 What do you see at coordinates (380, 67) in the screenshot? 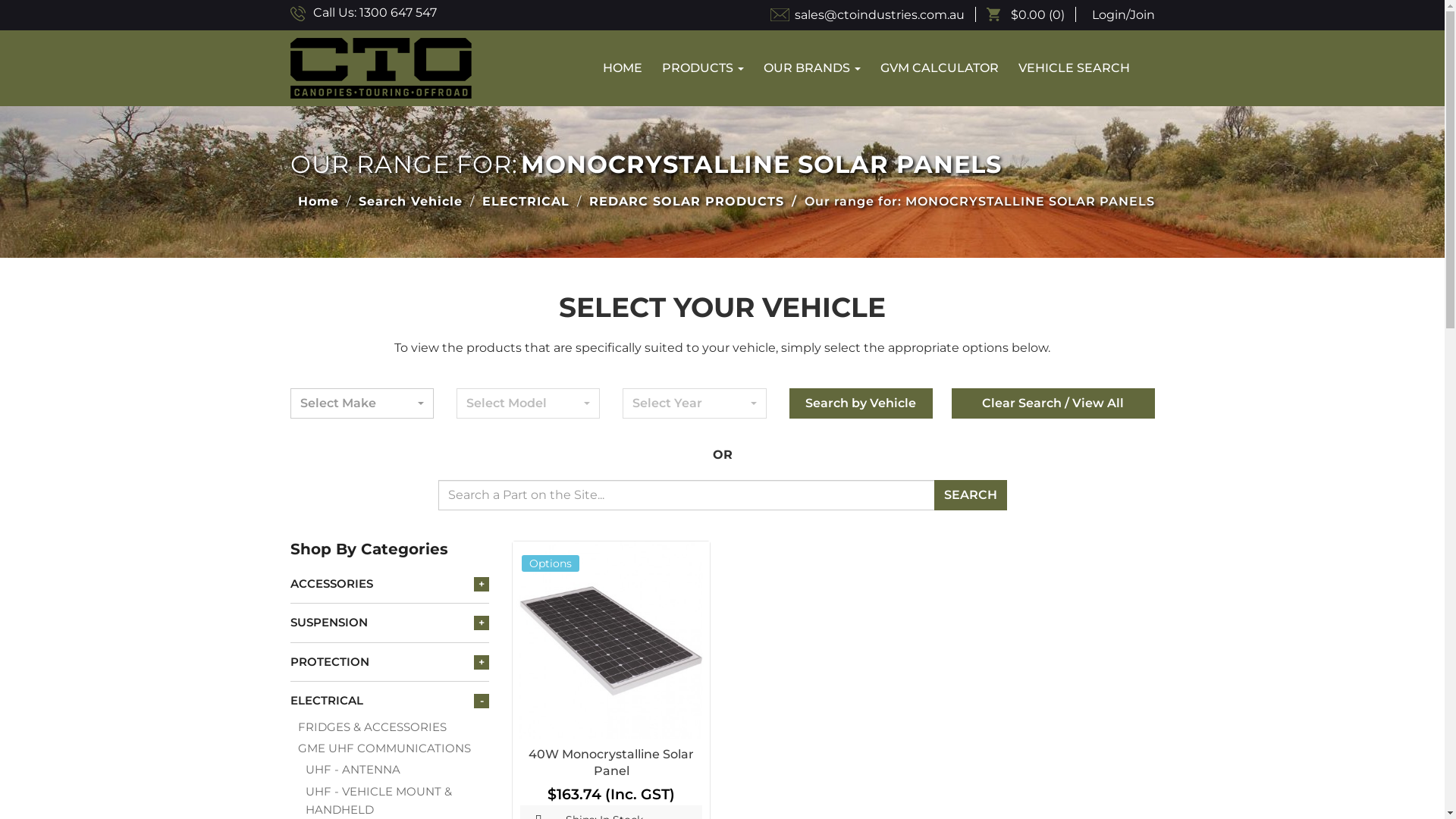
I see `'Canopies Touring Offroad'` at bounding box center [380, 67].